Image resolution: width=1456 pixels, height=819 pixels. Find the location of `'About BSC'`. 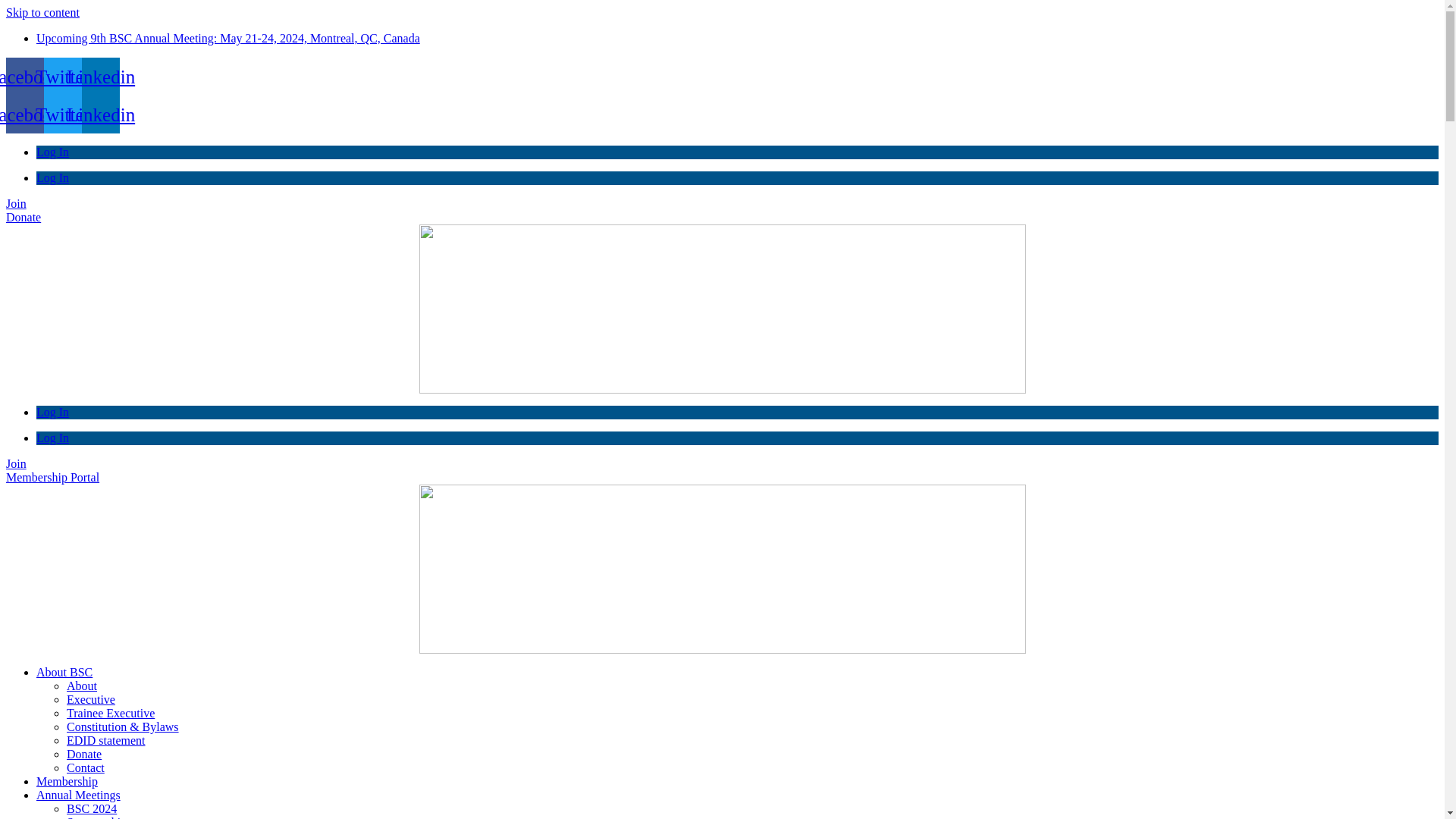

'About BSC' is located at coordinates (36, 671).